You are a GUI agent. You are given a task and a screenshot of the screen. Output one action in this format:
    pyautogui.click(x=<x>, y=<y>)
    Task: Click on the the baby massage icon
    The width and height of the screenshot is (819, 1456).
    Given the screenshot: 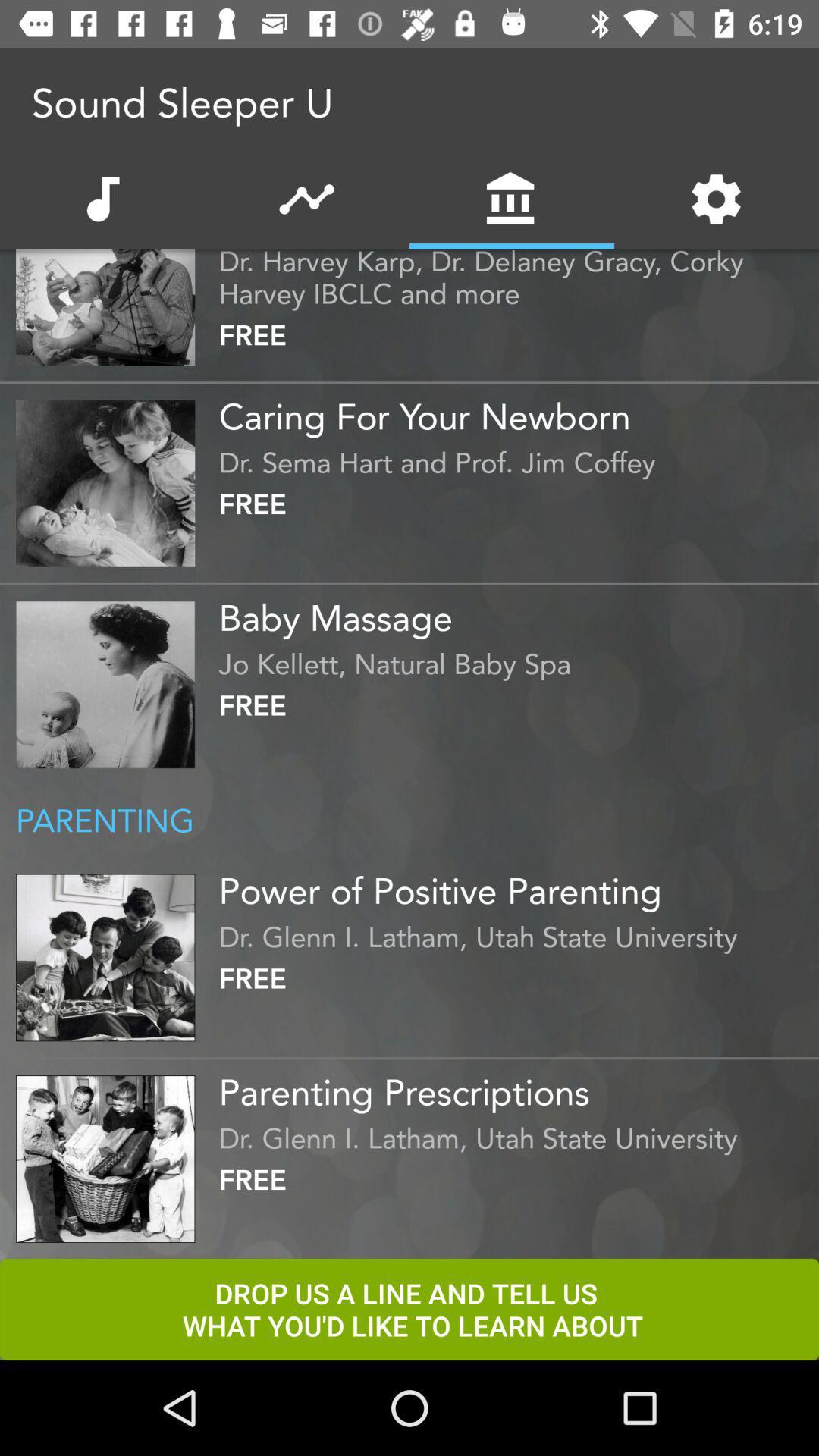 What is the action you would take?
    pyautogui.click(x=514, y=612)
    